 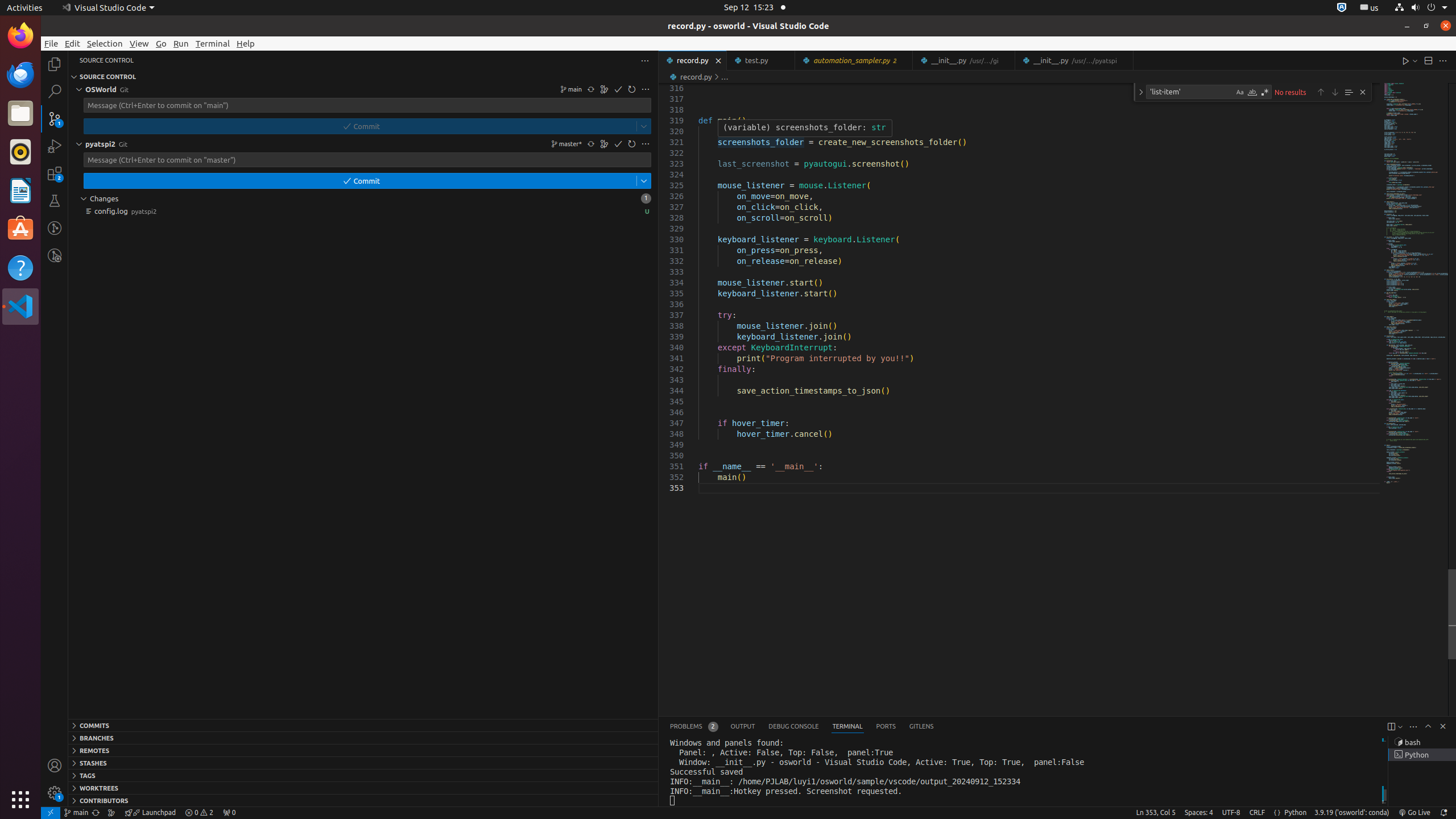 What do you see at coordinates (565, 143) in the screenshot?
I see `'master*, Checkout Branch/Tag...'` at bounding box center [565, 143].